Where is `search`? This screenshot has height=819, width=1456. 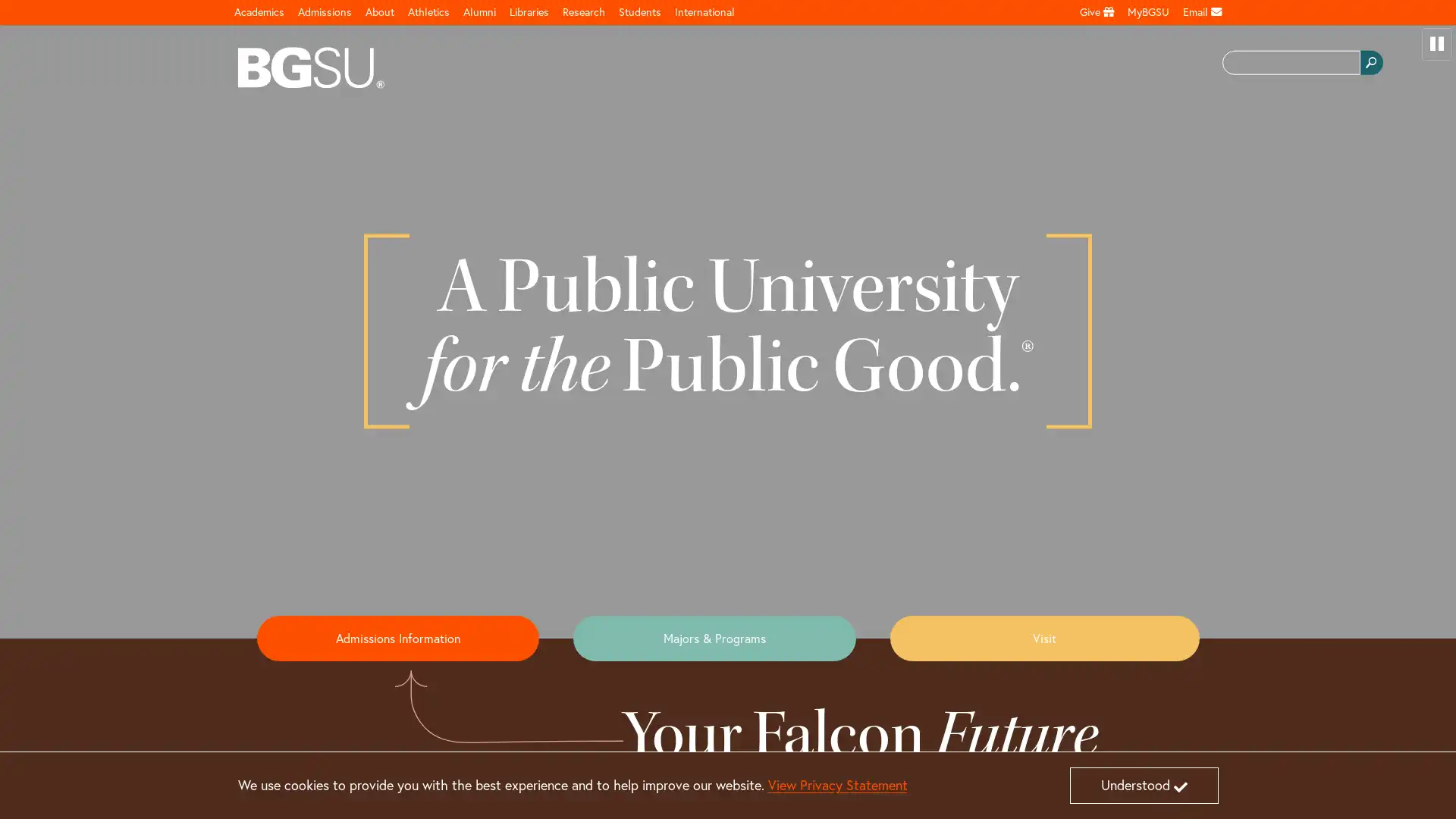 search is located at coordinates (1372, 61).